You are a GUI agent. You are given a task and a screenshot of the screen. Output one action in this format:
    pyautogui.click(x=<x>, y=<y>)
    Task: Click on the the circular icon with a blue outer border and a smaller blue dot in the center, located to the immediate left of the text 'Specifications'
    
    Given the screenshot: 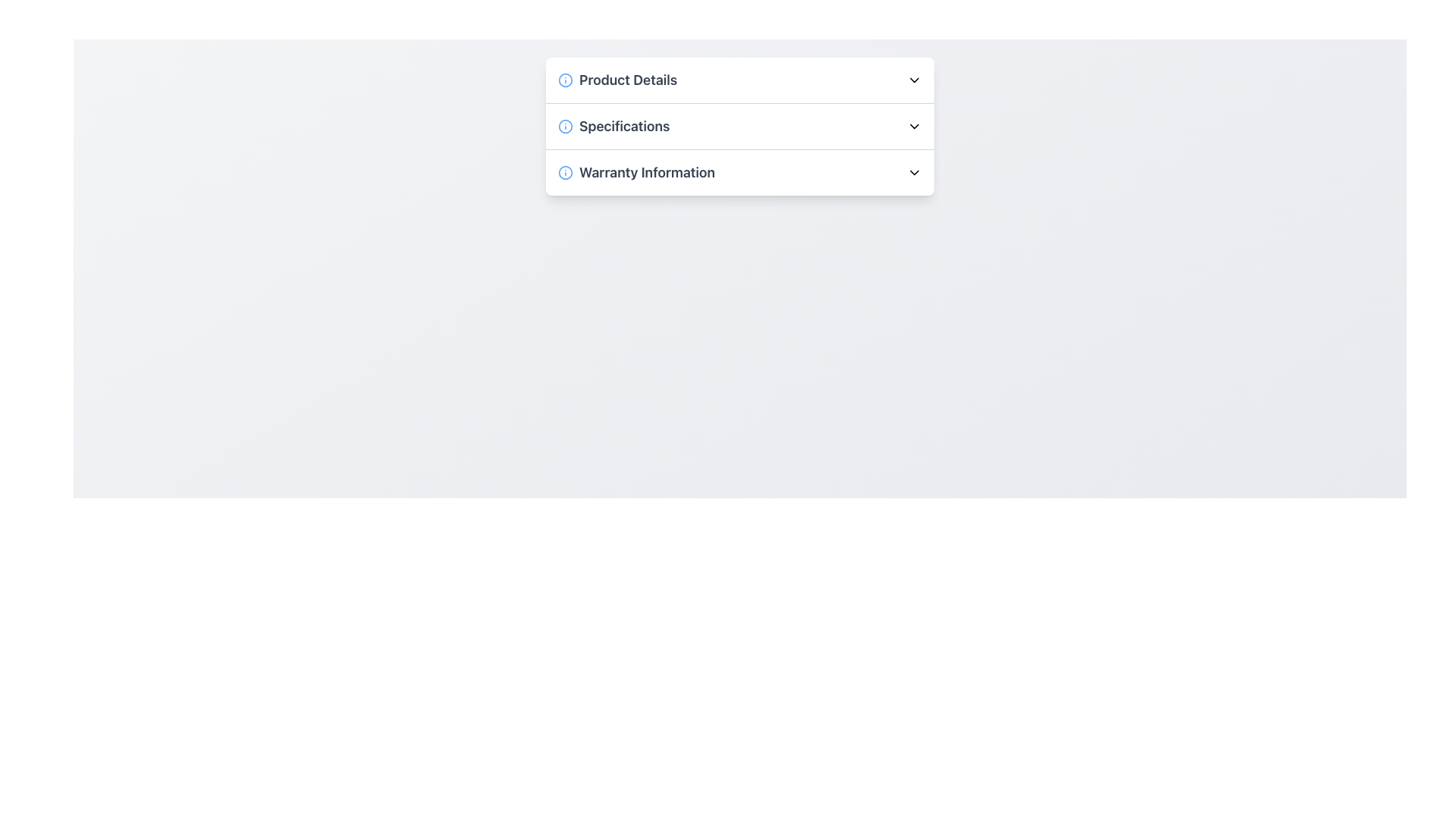 What is the action you would take?
    pyautogui.click(x=564, y=125)
    